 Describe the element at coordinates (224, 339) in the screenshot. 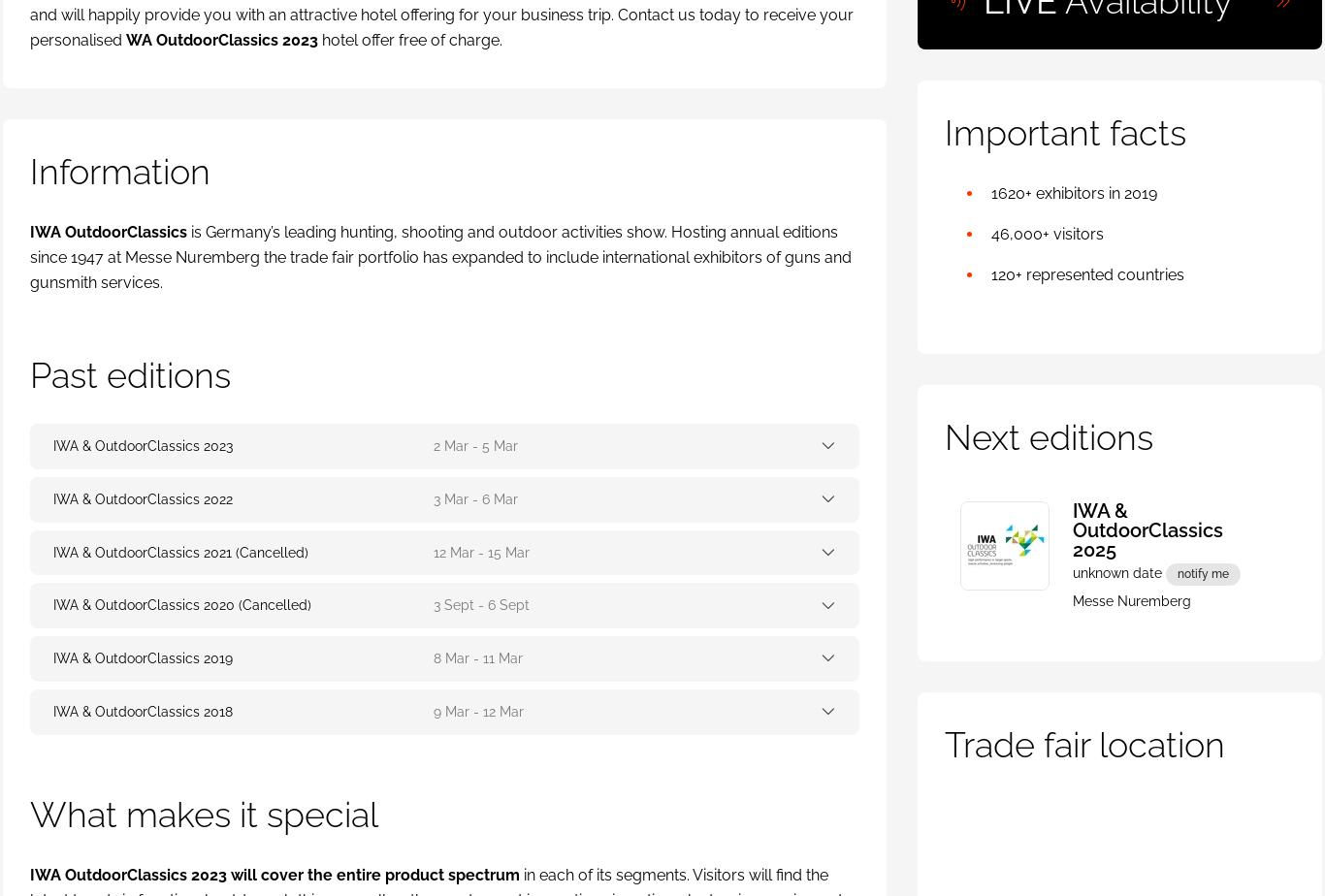

I see `'Free interactive hotel offer'` at that location.